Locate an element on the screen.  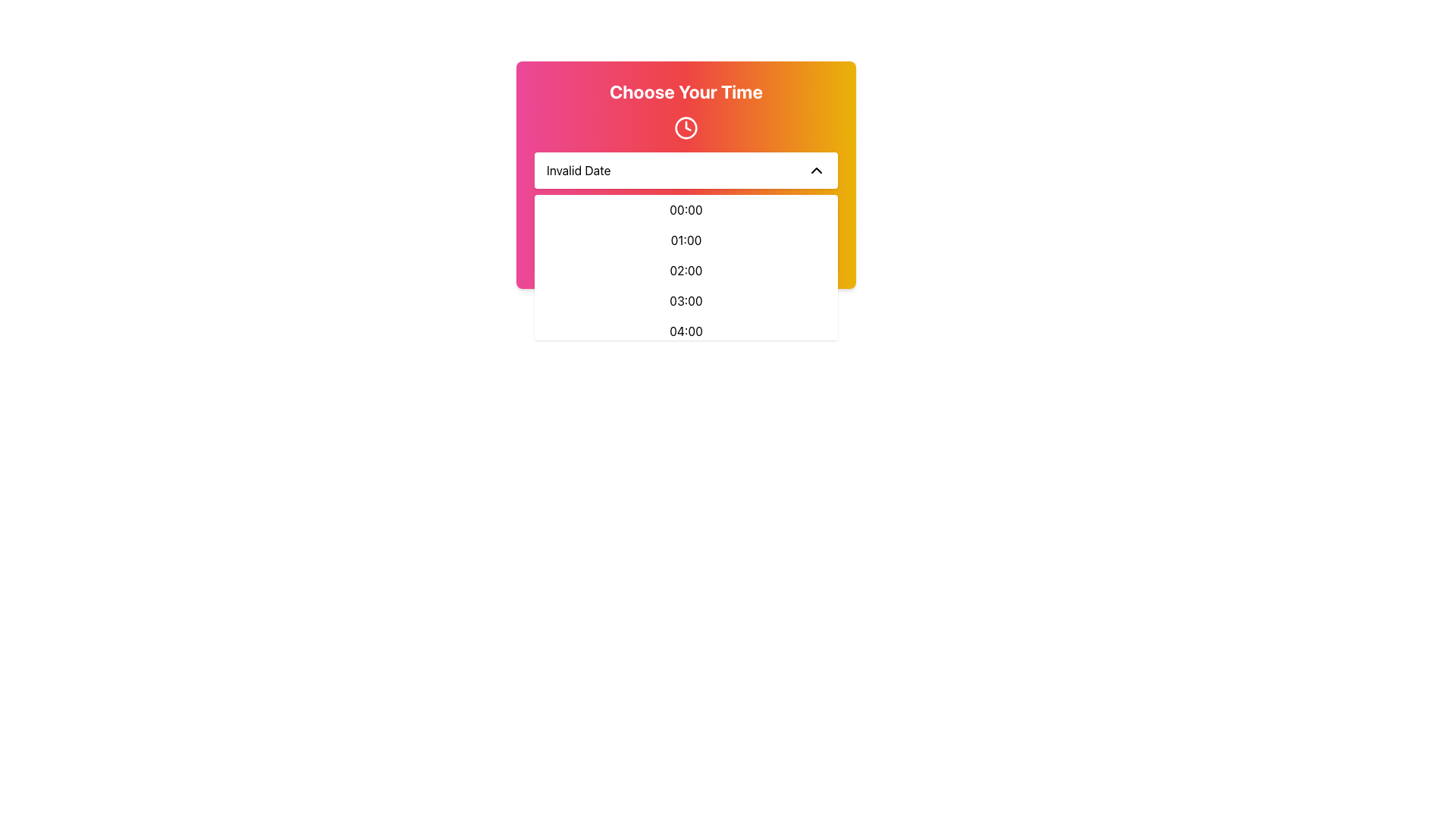
the fifth item in the dropdown list is located at coordinates (686, 330).